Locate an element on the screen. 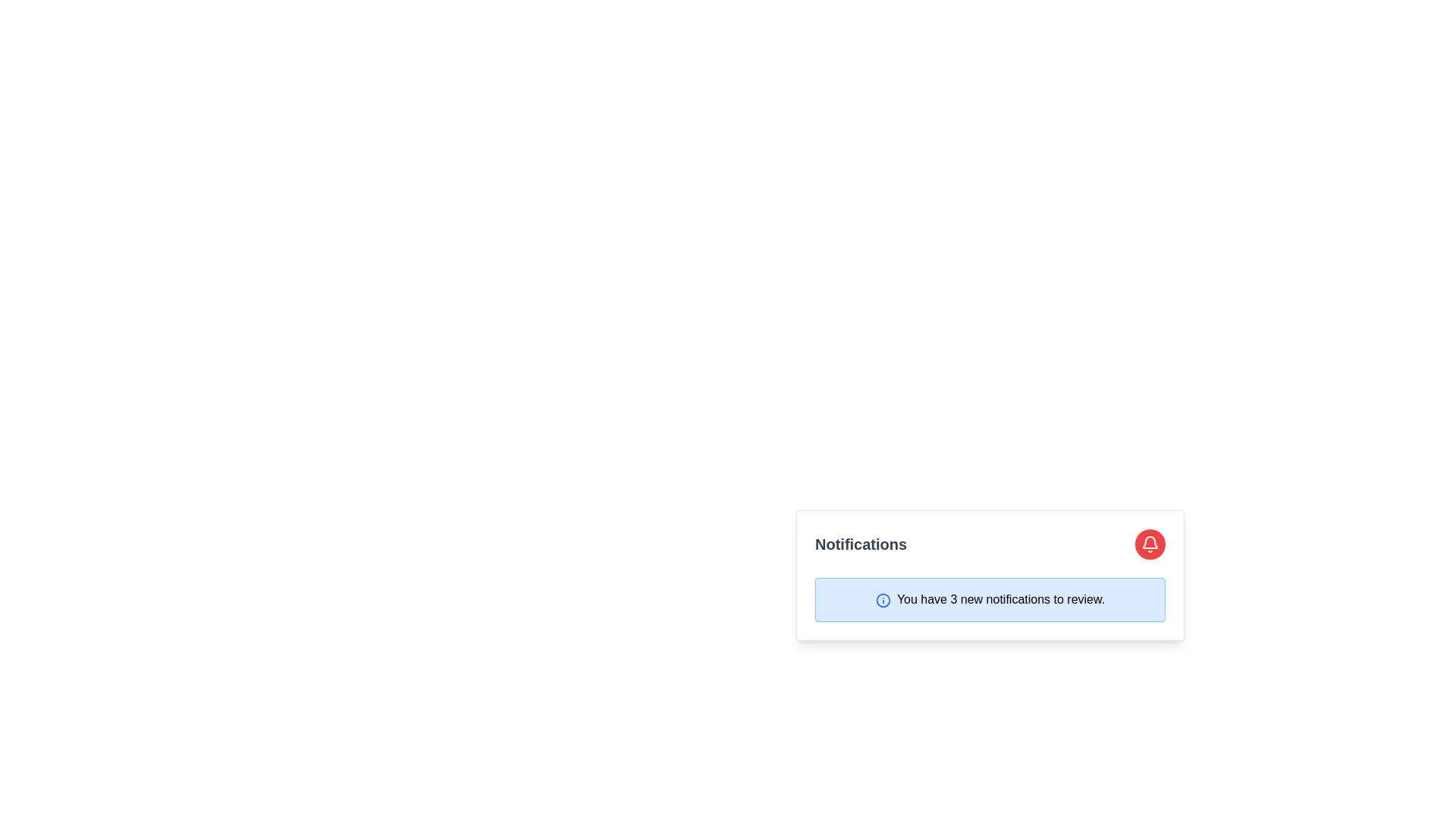  the Text Display that shows notification summaries located below the 'Notifications' header is located at coordinates (990, 598).